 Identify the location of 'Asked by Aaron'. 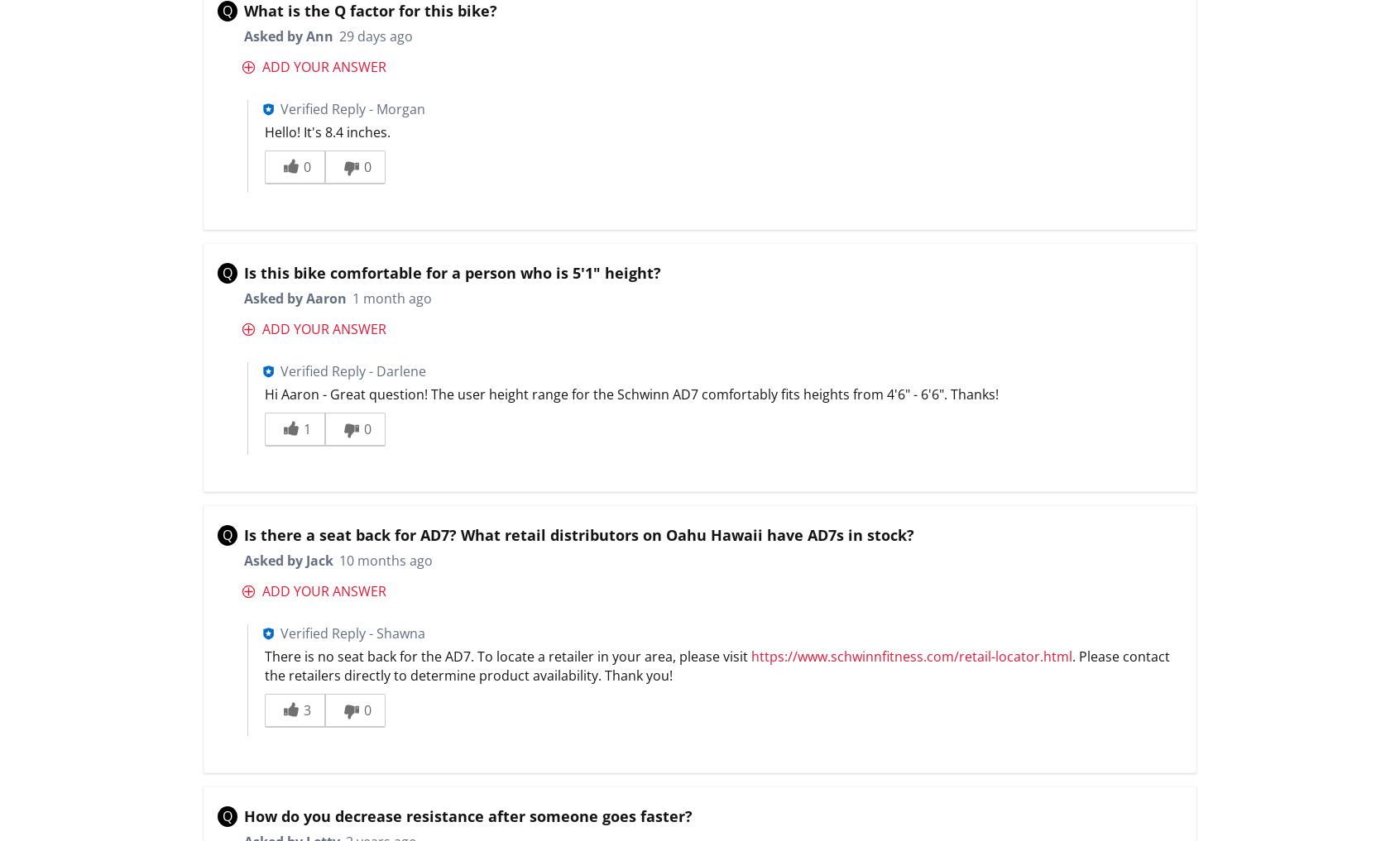
(242, 298).